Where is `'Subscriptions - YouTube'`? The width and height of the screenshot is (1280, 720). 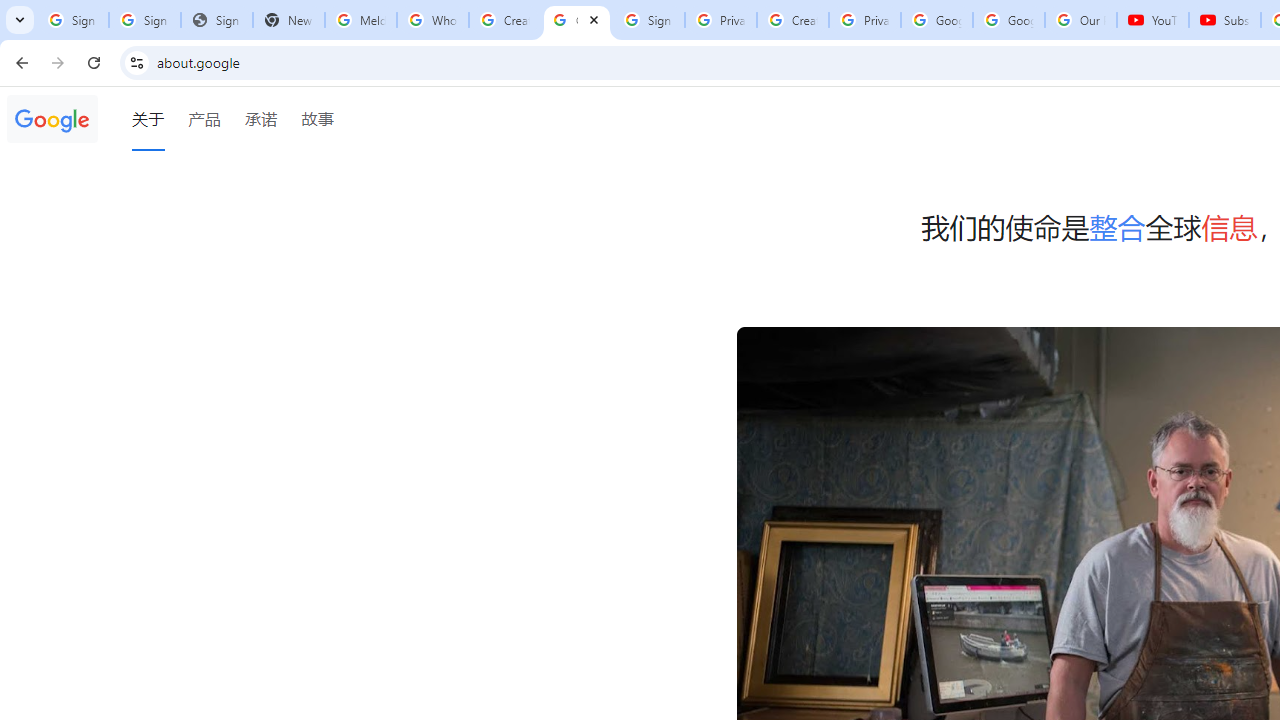
'Subscriptions - YouTube' is located at coordinates (1223, 20).